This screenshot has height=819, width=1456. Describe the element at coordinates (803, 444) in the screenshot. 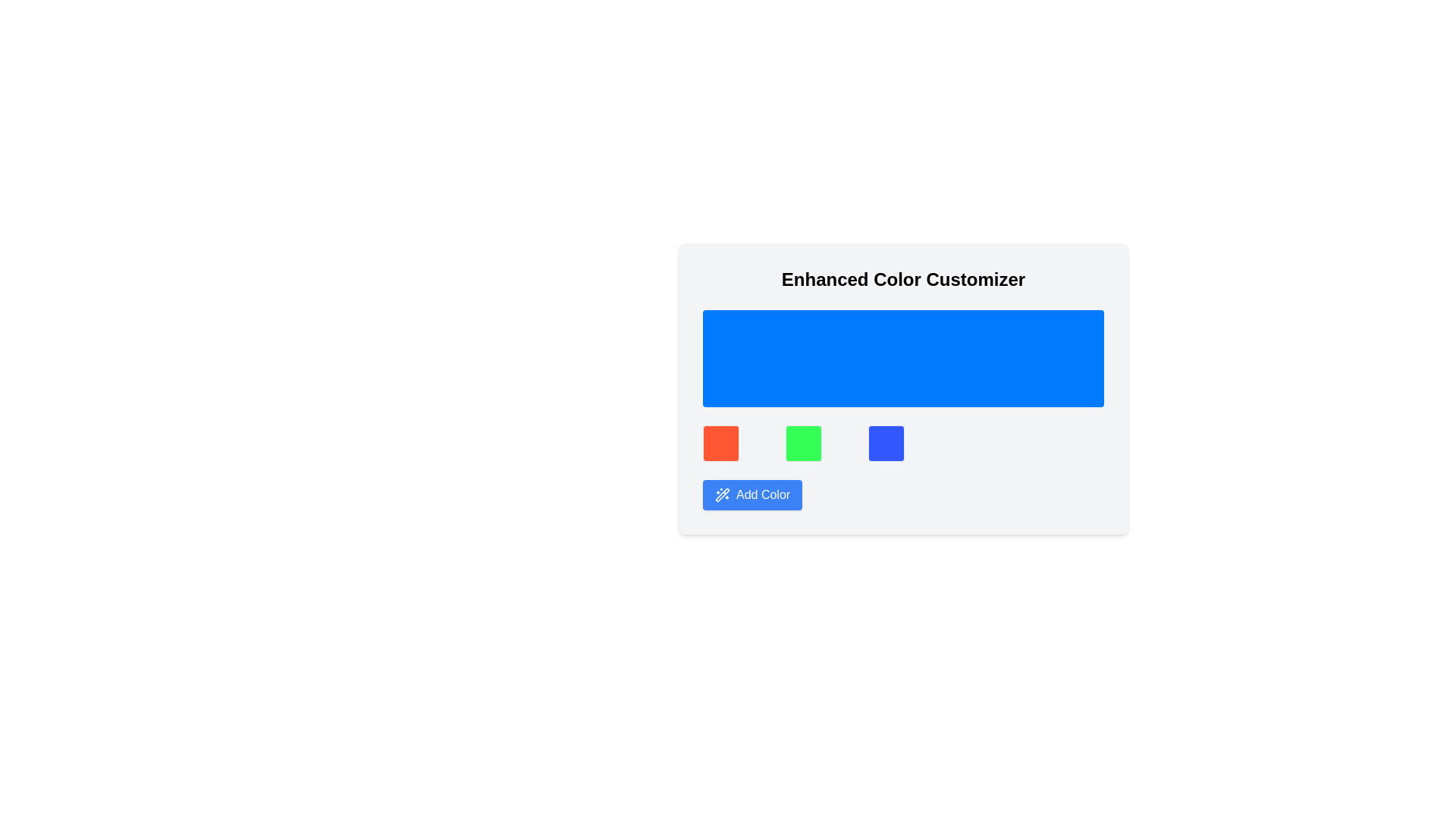

I see `the small square button with a green background, which is the second button in a row of three, positioned below a blue rectangular area` at that location.